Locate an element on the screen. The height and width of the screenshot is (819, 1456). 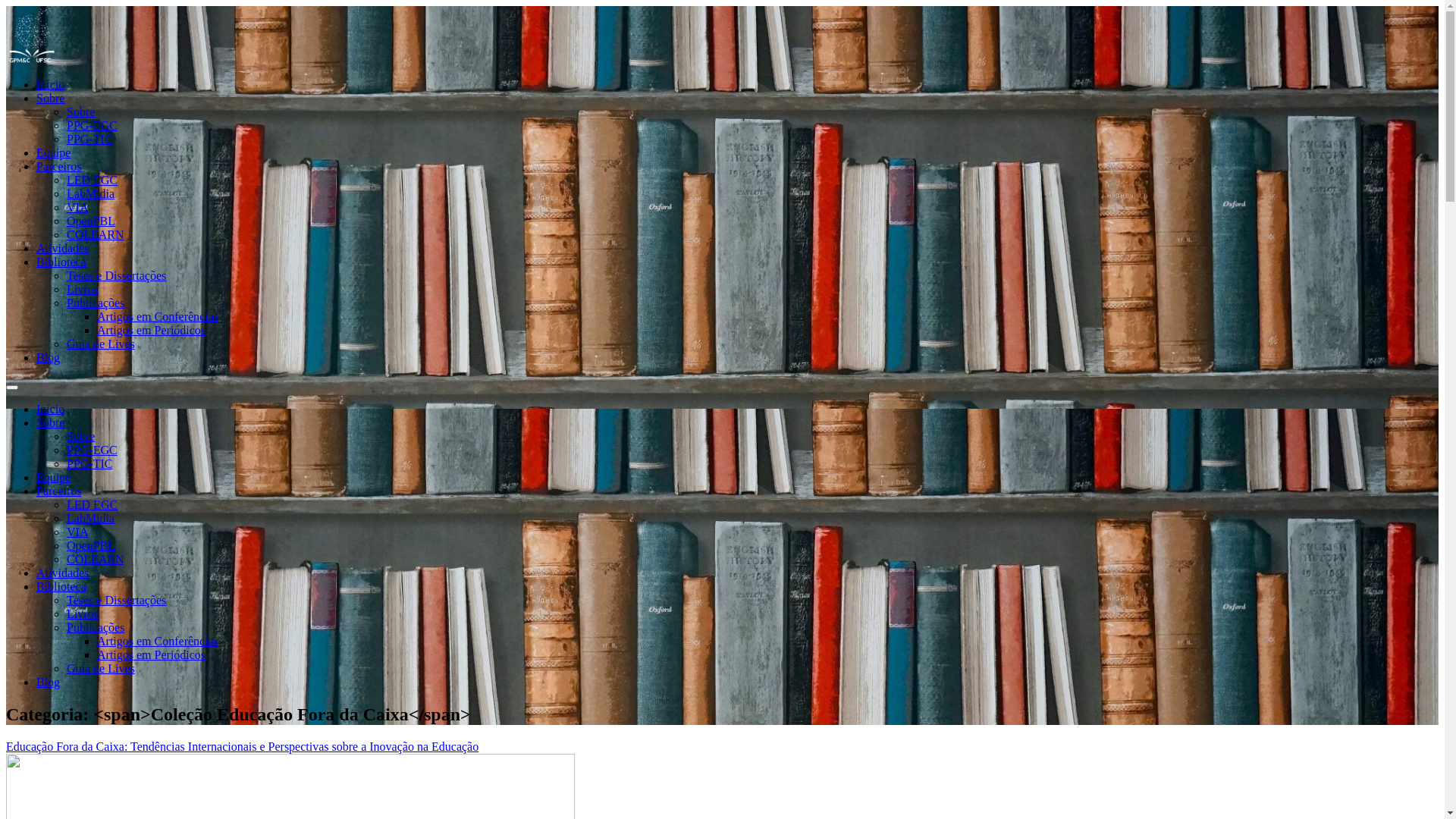
'PPG-EGC' is located at coordinates (91, 449).